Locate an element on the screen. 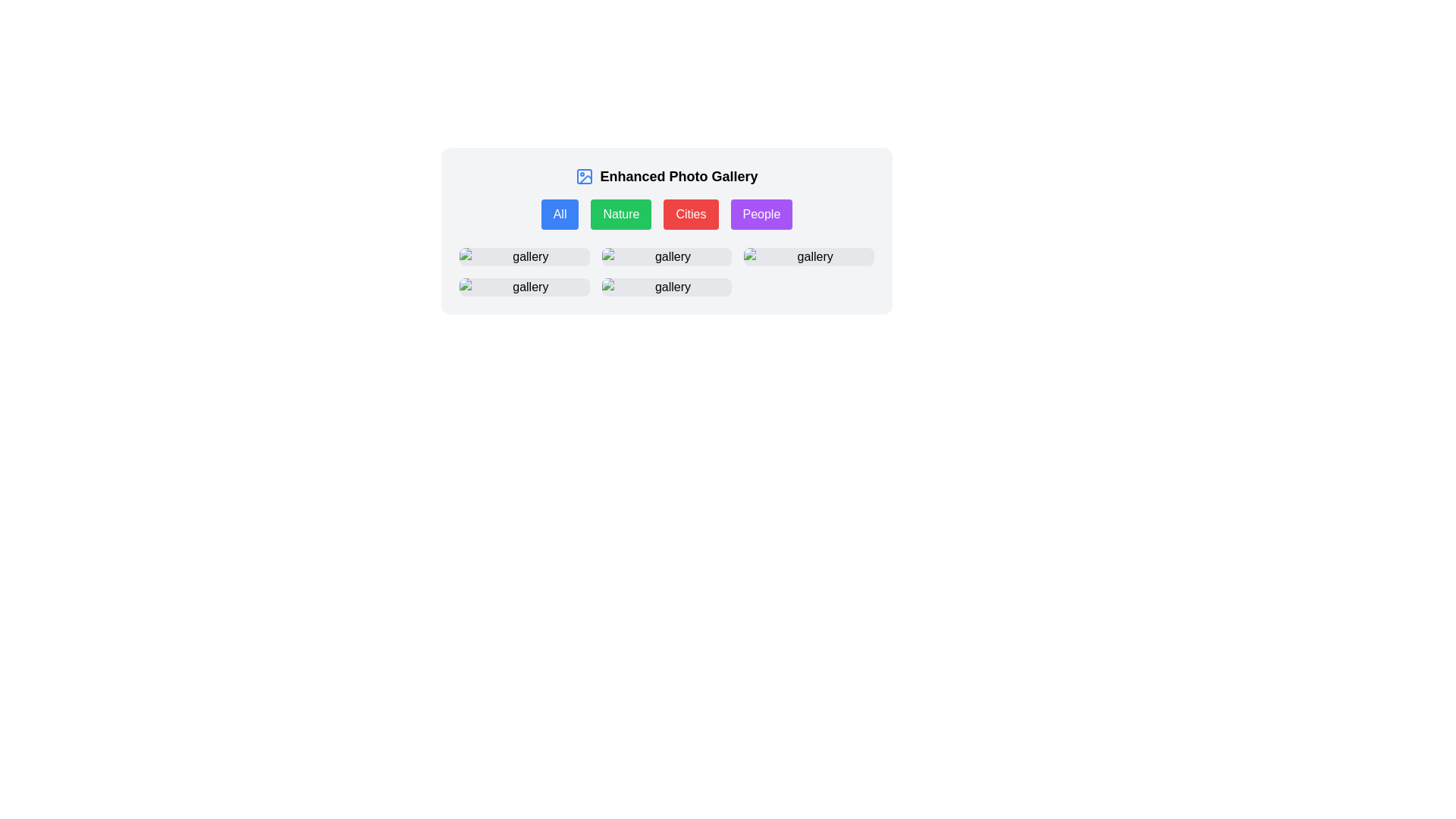 The image size is (1456, 819). the 'gallery' button, which is a horizontally rectangular interactive component with a light gray background and rounded corners, featuring a mountain and sun icon on the left is located at coordinates (667, 256).